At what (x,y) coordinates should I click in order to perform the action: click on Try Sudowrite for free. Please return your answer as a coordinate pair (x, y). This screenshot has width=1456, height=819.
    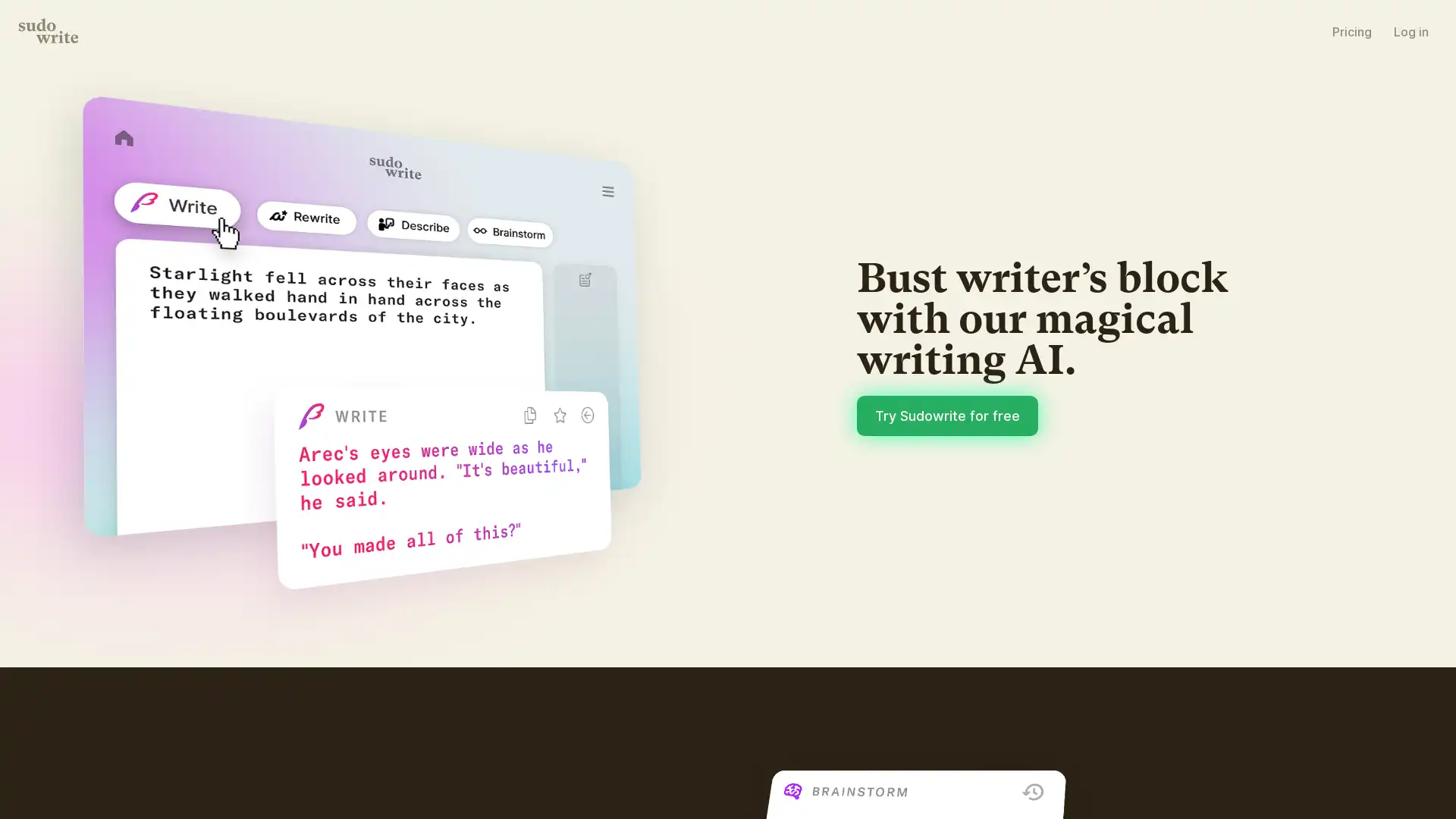
    Looking at the image, I should click on (946, 415).